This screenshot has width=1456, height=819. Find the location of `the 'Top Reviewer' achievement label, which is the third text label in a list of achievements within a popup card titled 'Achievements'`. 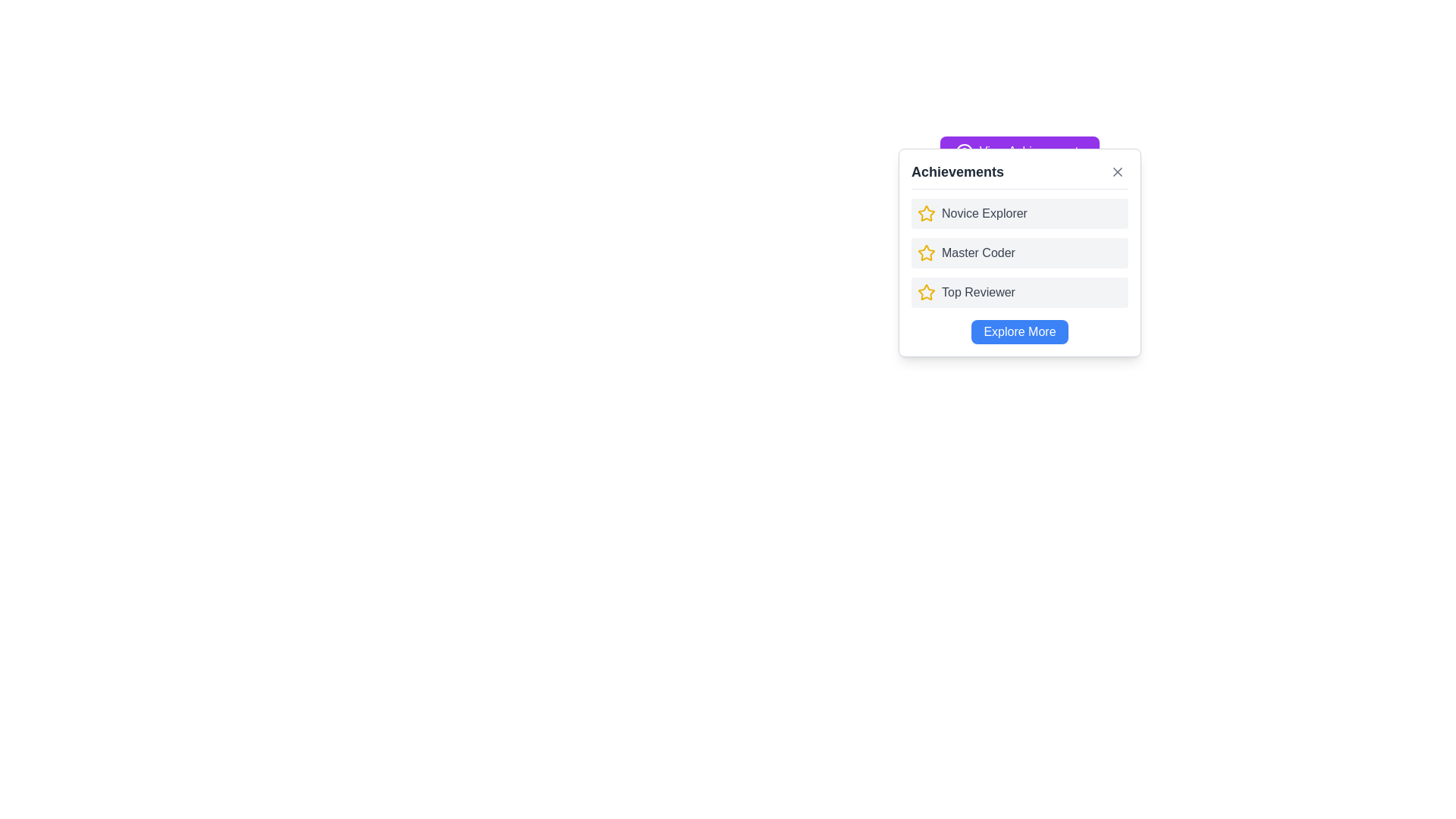

the 'Top Reviewer' achievement label, which is the third text label in a list of achievements within a popup card titled 'Achievements' is located at coordinates (978, 292).